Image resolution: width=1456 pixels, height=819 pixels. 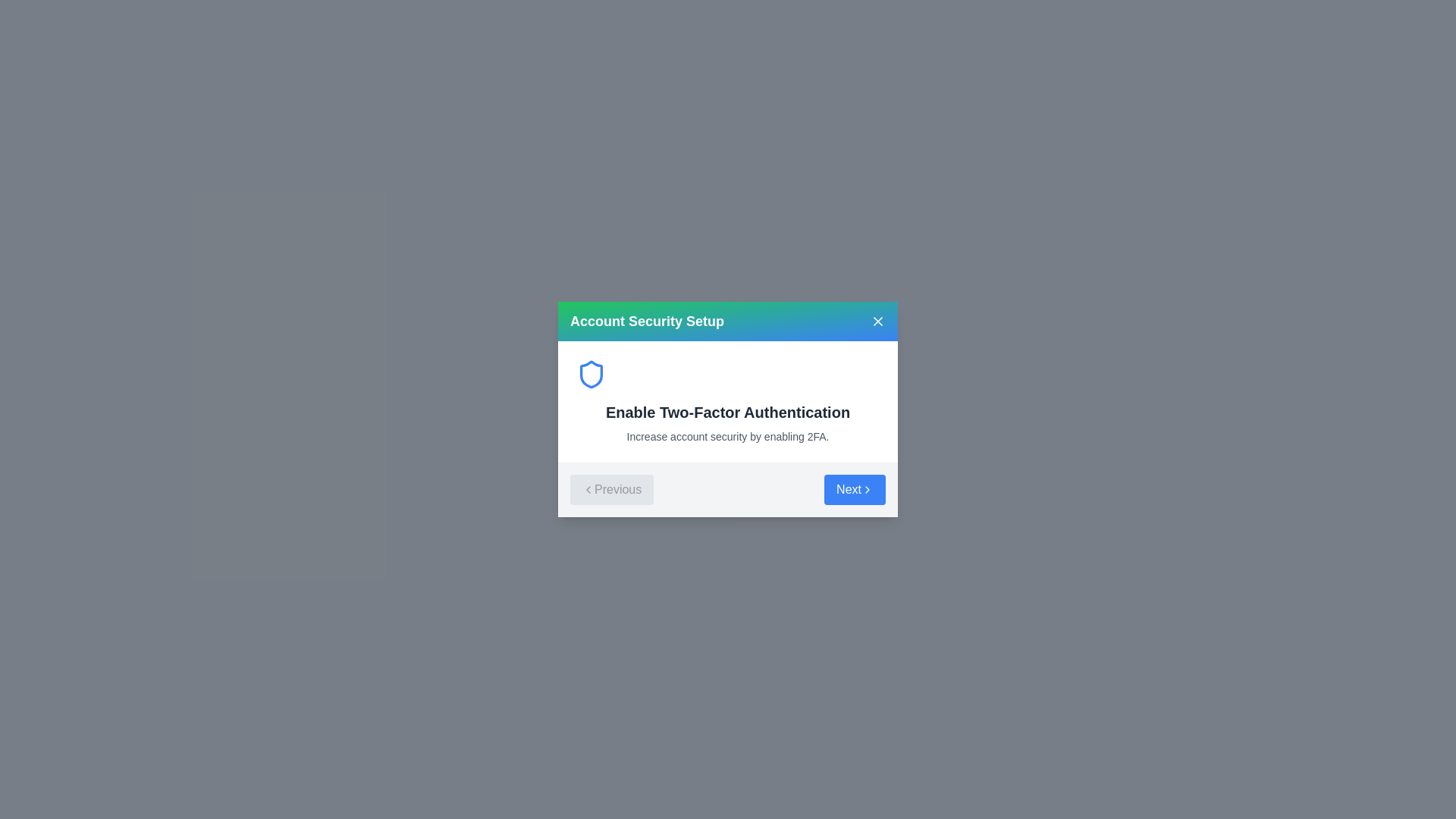 What do you see at coordinates (855, 489) in the screenshot?
I see `the 'Next' button located on the right side of the gray bar in the modal dialog` at bounding box center [855, 489].